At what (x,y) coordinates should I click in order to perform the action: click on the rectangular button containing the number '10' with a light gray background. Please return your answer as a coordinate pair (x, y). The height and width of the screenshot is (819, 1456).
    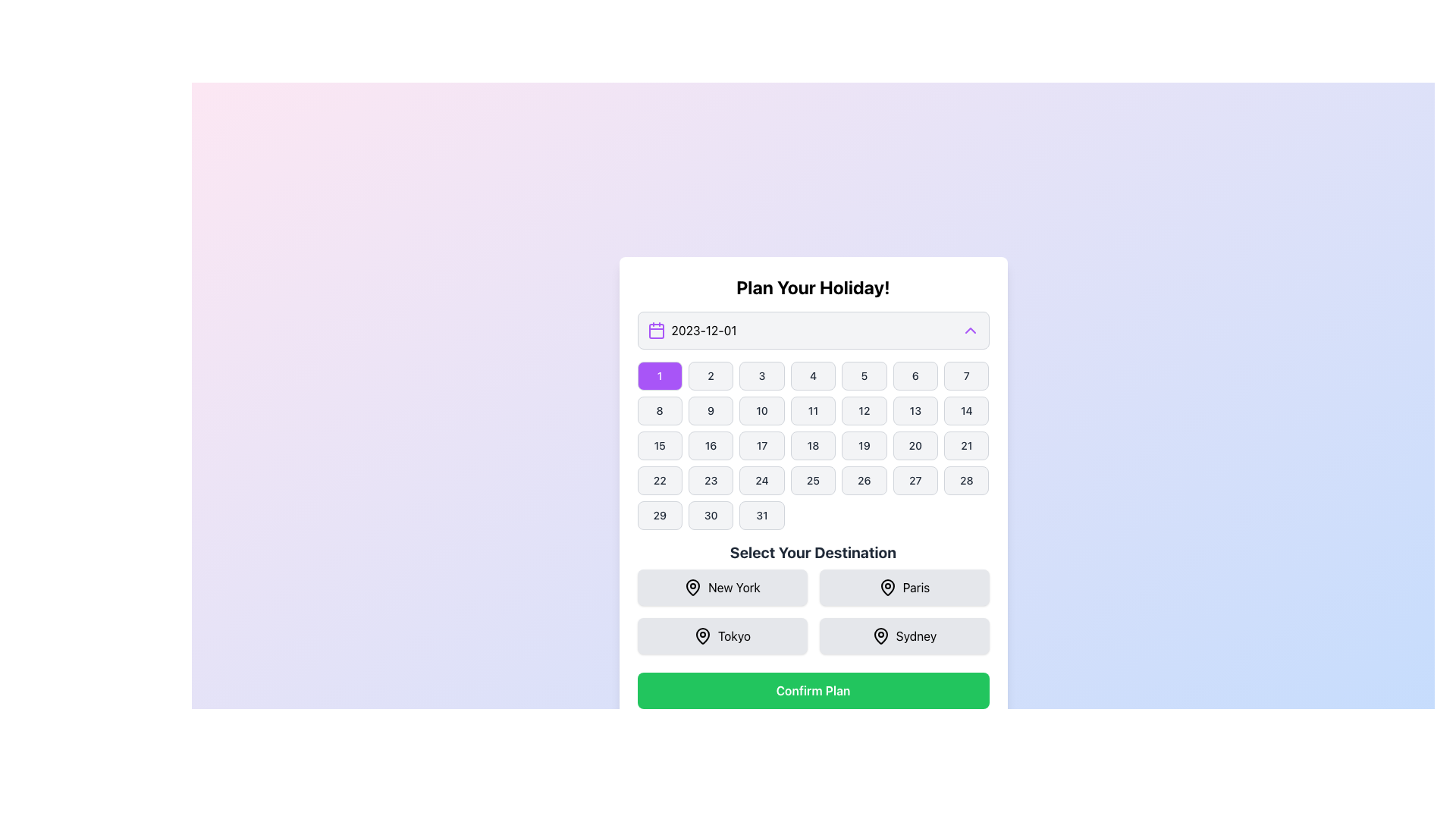
    Looking at the image, I should click on (762, 411).